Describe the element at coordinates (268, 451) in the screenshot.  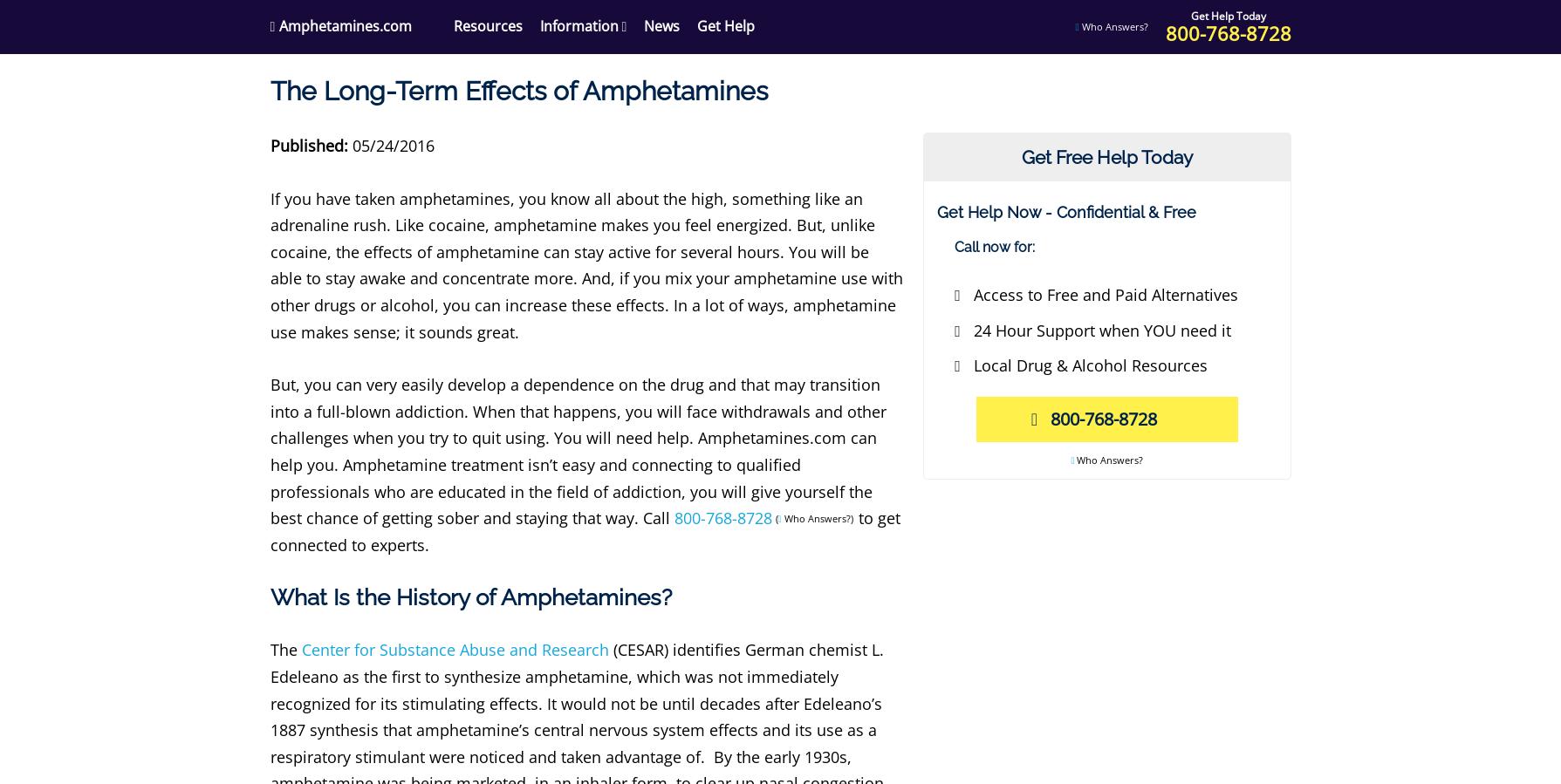
I see `'But, you can very easily develop a dependence on the drug and that may transition into a full-blown addiction. When that happens, you will face withdrawals and other challenges when you try to quit using. You will need help. Amphetamines.com can help you. Amphetamine treatment isn’t easy and connecting to qualified professionals who are educated in the field of addiction, you will give yourself the best chance of getting sober and staying that way. Call'` at that location.